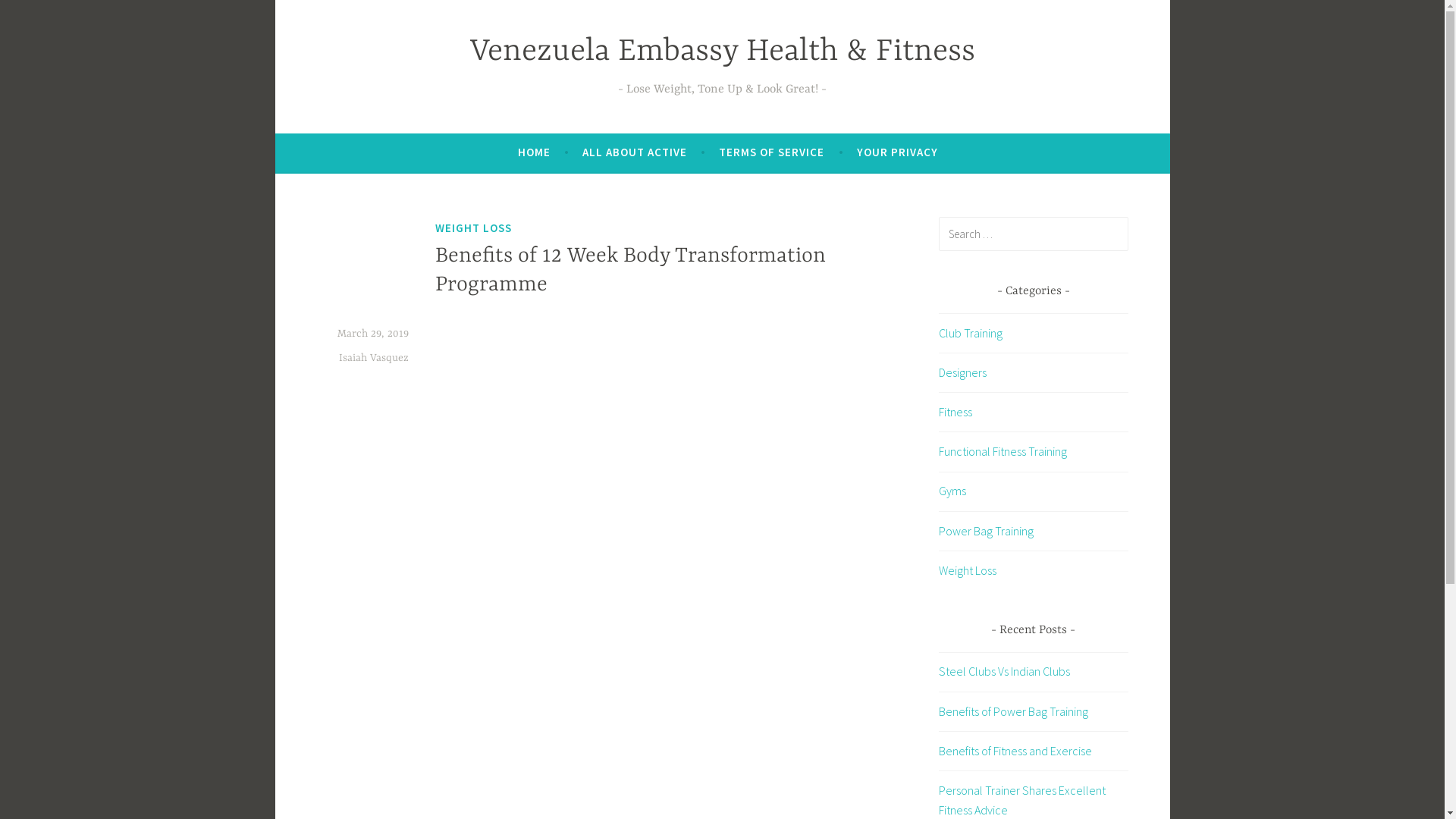  Describe the element at coordinates (897, 152) in the screenshot. I see `'YOUR PRIVACY'` at that location.